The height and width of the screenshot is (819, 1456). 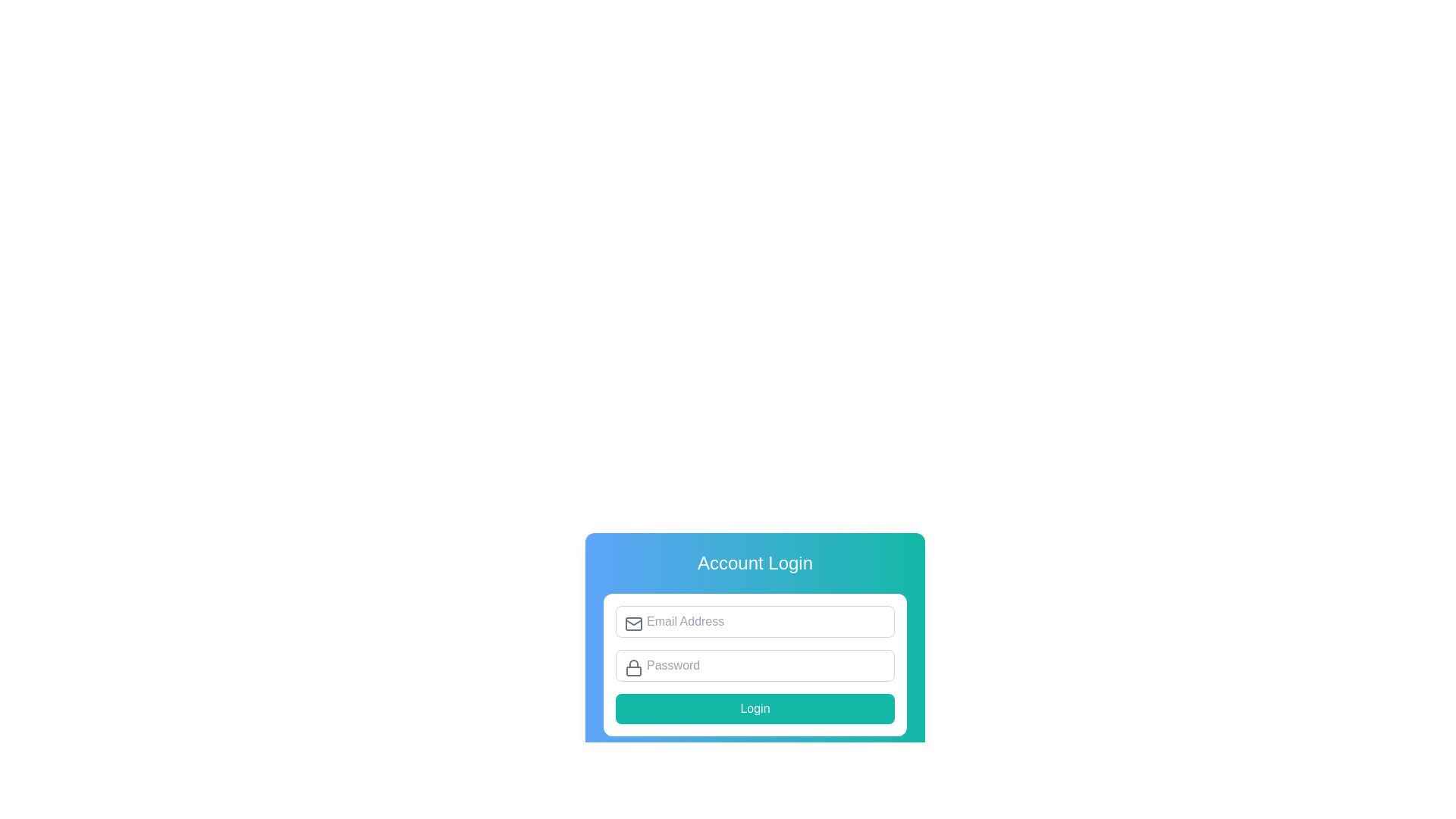 What do you see at coordinates (633, 667) in the screenshot?
I see `the small gray lock icon located to the left of the 'Password' input field in the login form` at bounding box center [633, 667].